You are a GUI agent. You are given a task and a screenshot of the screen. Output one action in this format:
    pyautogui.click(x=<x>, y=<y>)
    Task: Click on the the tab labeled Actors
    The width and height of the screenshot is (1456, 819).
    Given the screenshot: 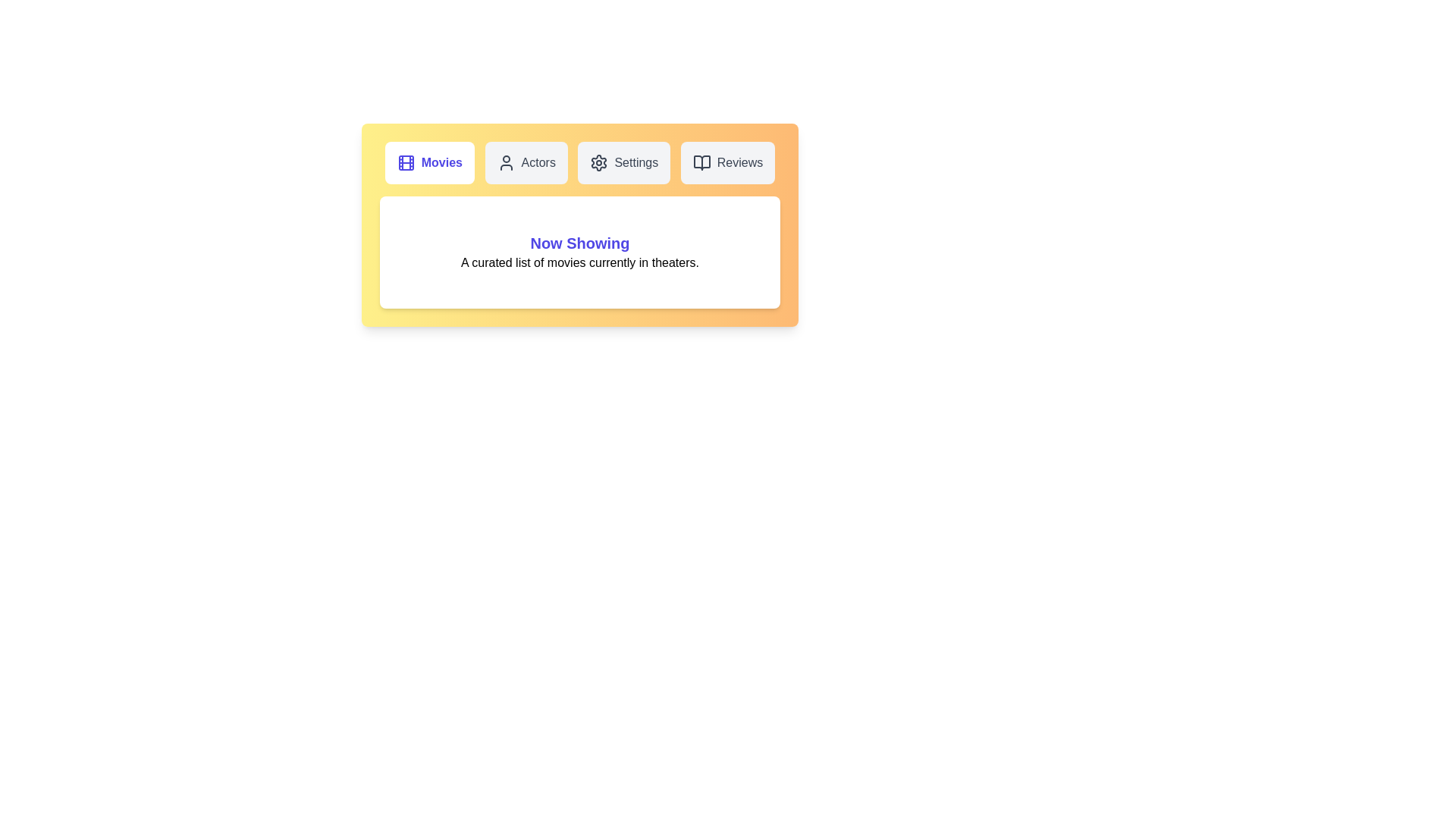 What is the action you would take?
    pyautogui.click(x=526, y=163)
    